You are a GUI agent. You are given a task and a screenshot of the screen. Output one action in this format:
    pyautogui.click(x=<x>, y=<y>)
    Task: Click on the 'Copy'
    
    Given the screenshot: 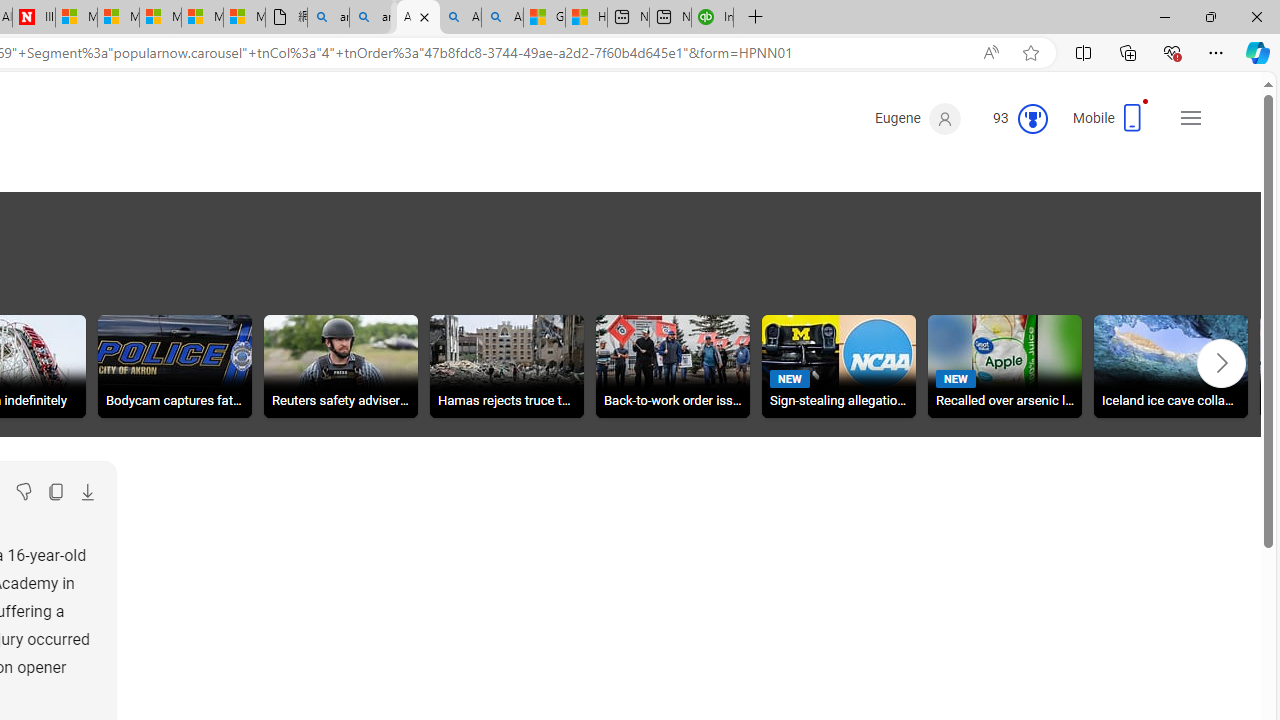 What is the action you would take?
    pyautogui.click(x=55, y=492)
    